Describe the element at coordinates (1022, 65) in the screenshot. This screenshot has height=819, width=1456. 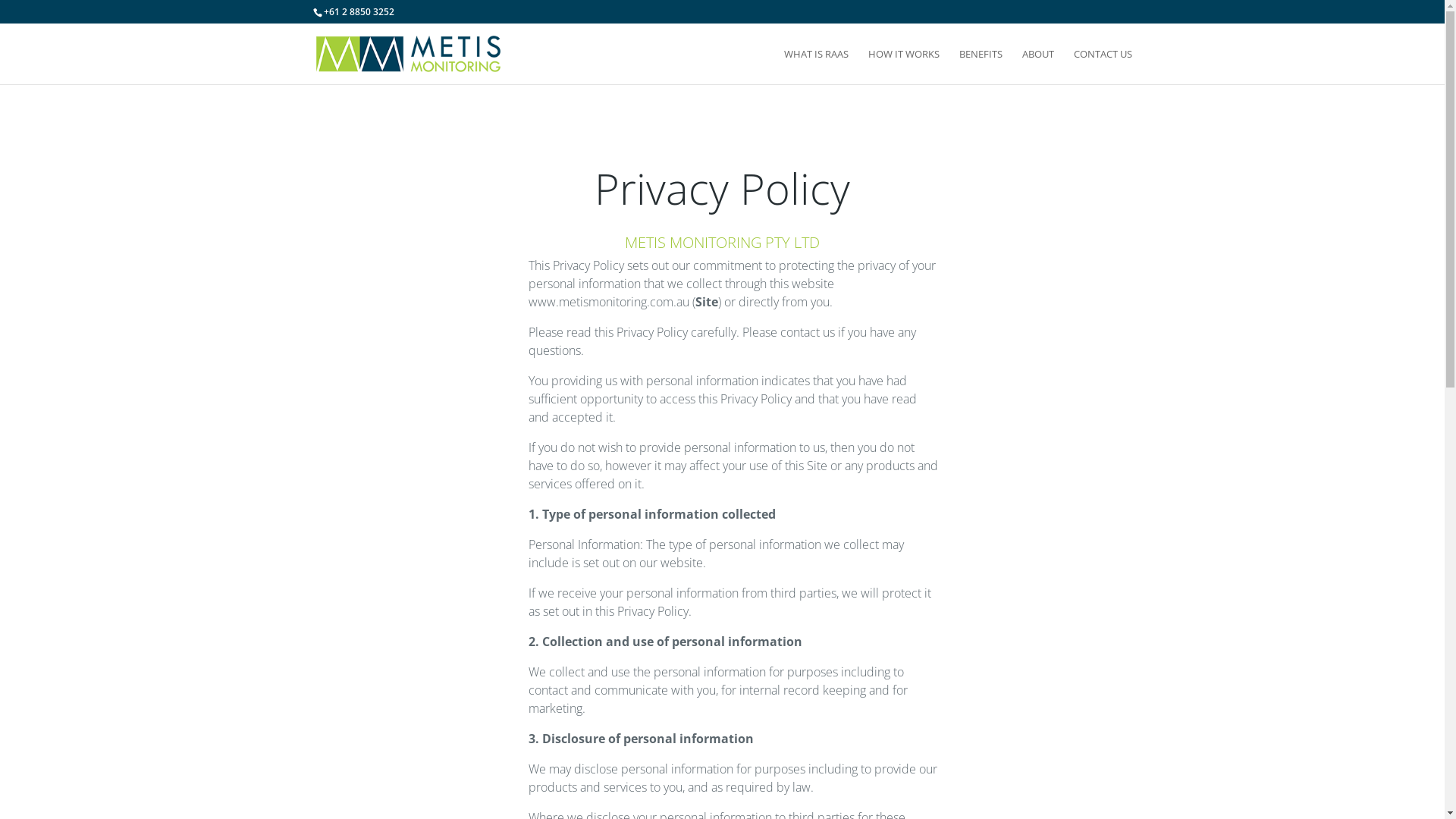
I see `'ABOUT'` at that location.